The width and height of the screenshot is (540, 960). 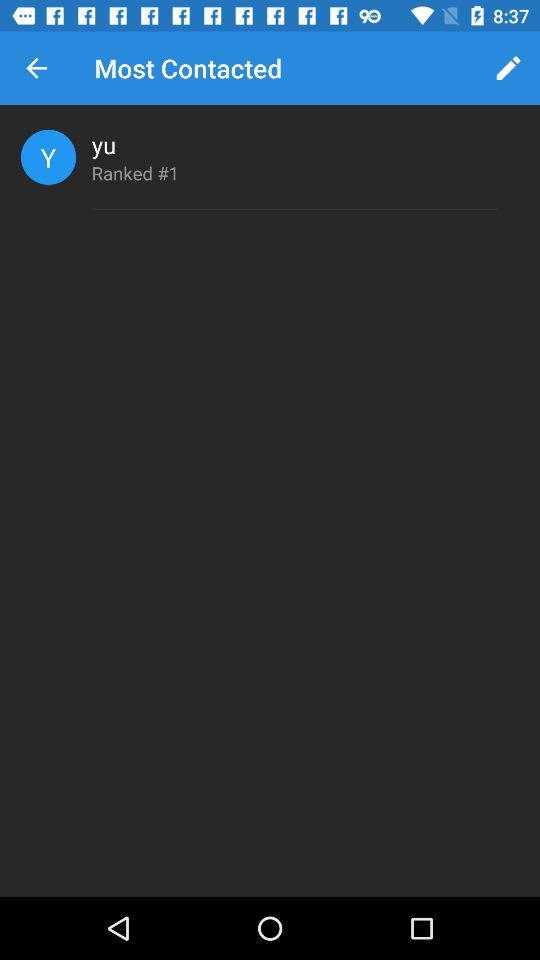 What do you see at coordinates (508, 68) in the screenshot?
I see `the item at the top right corner` at bounding box center [508, 68].